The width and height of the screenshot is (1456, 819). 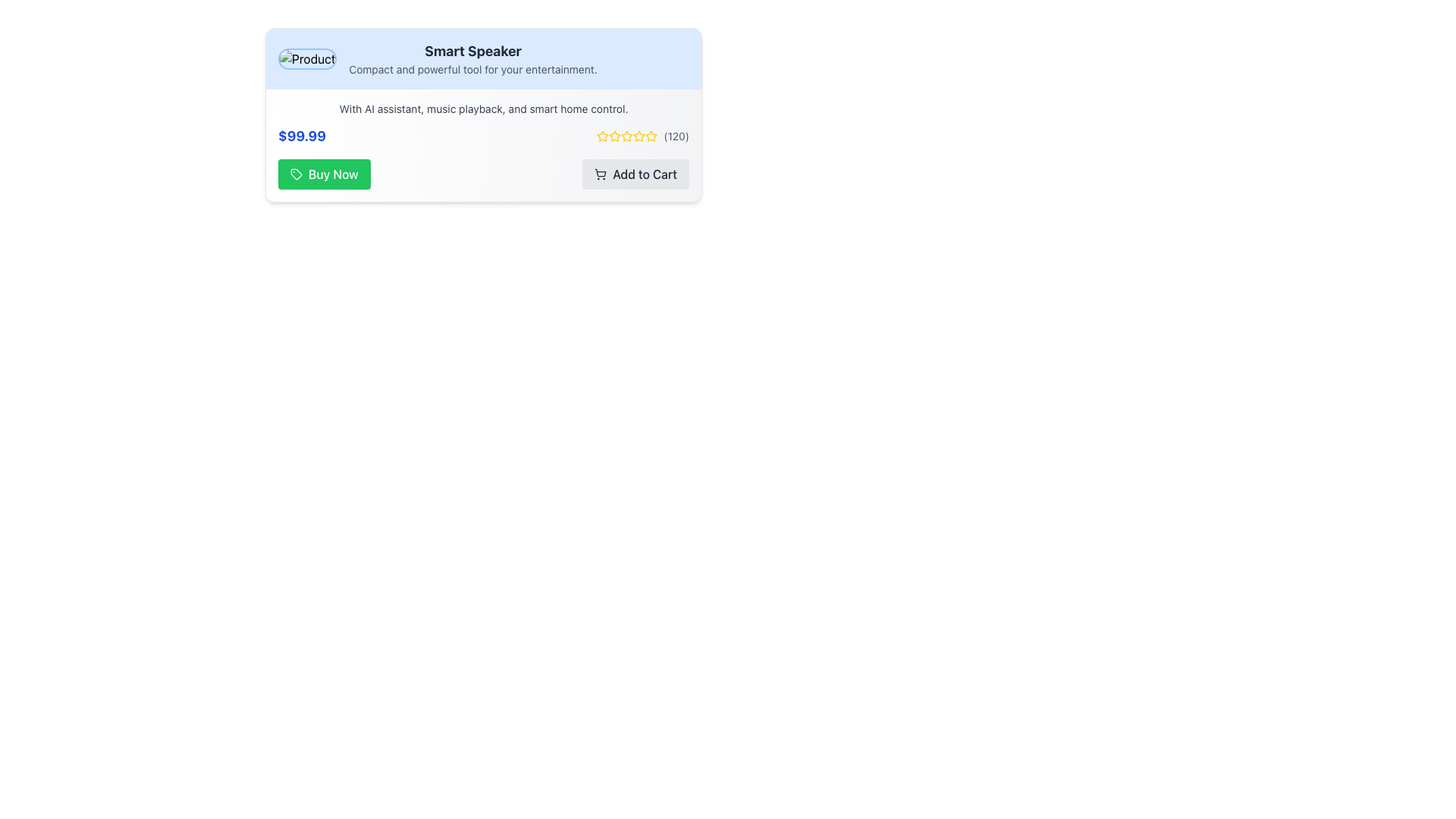 I want to click on the third yellow star in the horizontal row of rating stars to rate it, so click(x=615, y=136).